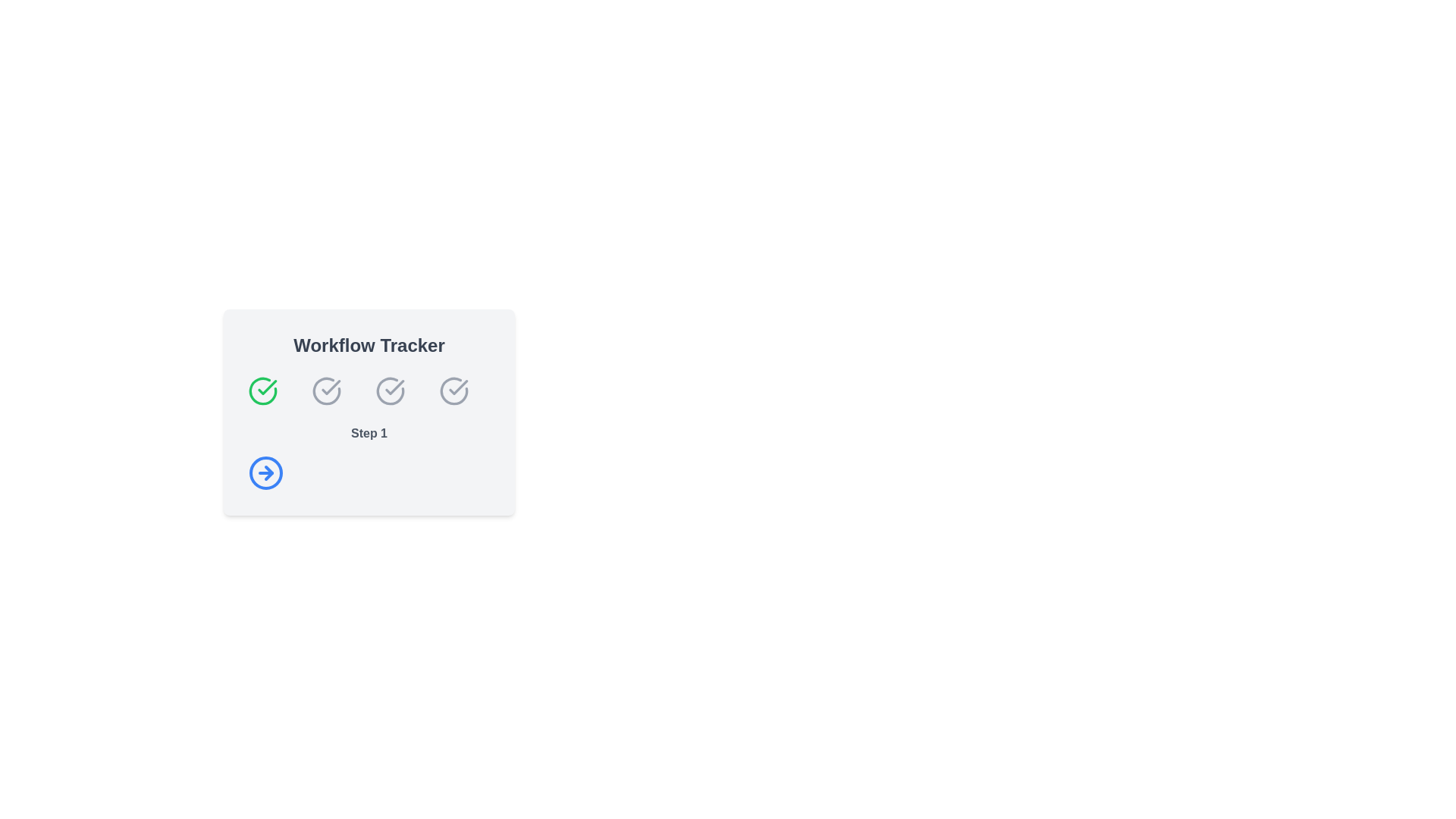 The height and width of the screenshot is (819, 1456). What do you see at coordinates (457, 386) in the screenshot?
I see `the checkmark element within the circle of the SVG icon located beneath the 'Workflow Tracker' text, which is the first icon from the left` at bounding box center [457, 386].